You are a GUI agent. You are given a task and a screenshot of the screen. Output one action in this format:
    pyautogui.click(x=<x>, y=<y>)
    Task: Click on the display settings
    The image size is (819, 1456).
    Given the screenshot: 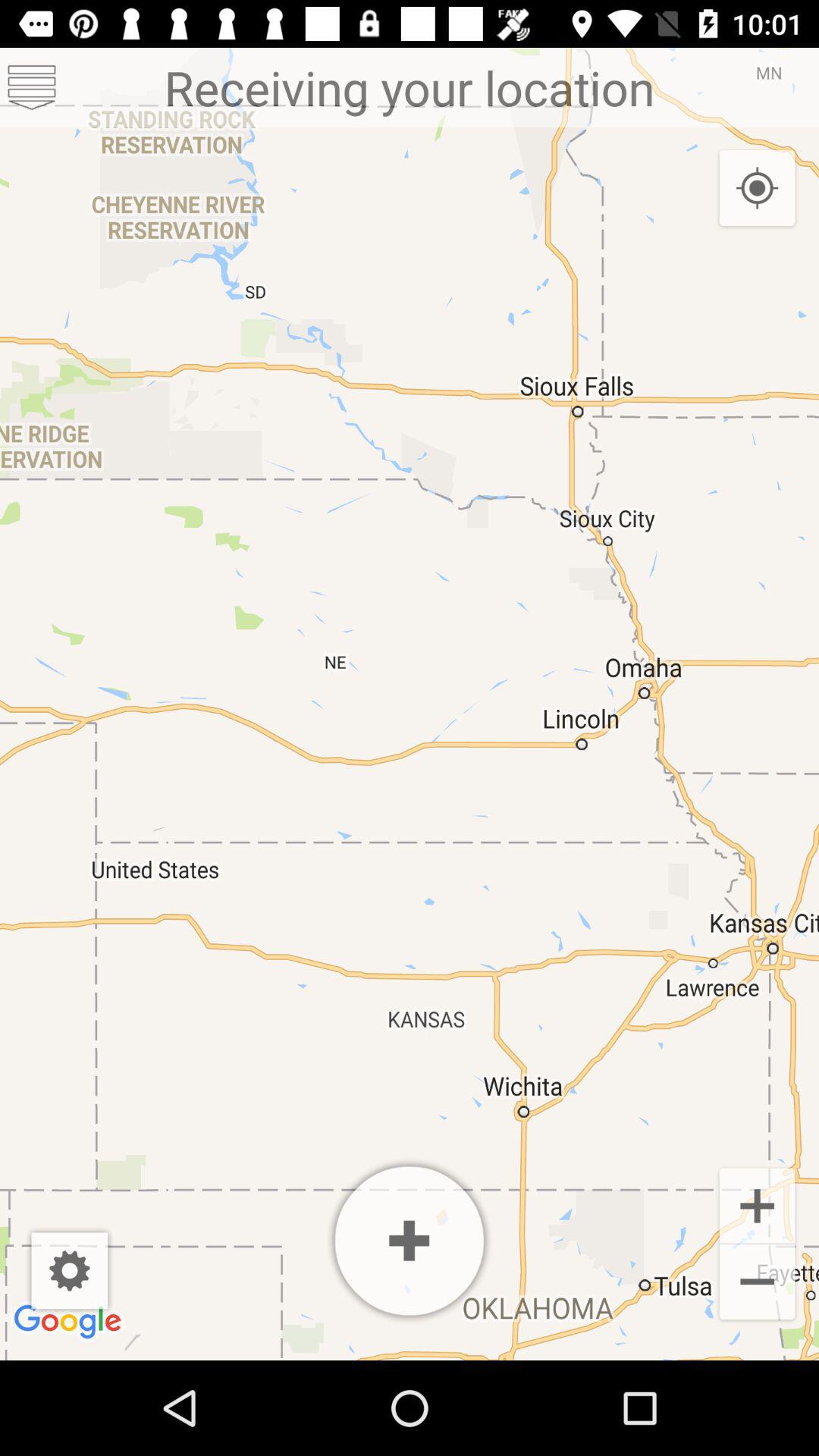 What is the action you would take?
    pyautogui.click(x=69, y=1270)
    